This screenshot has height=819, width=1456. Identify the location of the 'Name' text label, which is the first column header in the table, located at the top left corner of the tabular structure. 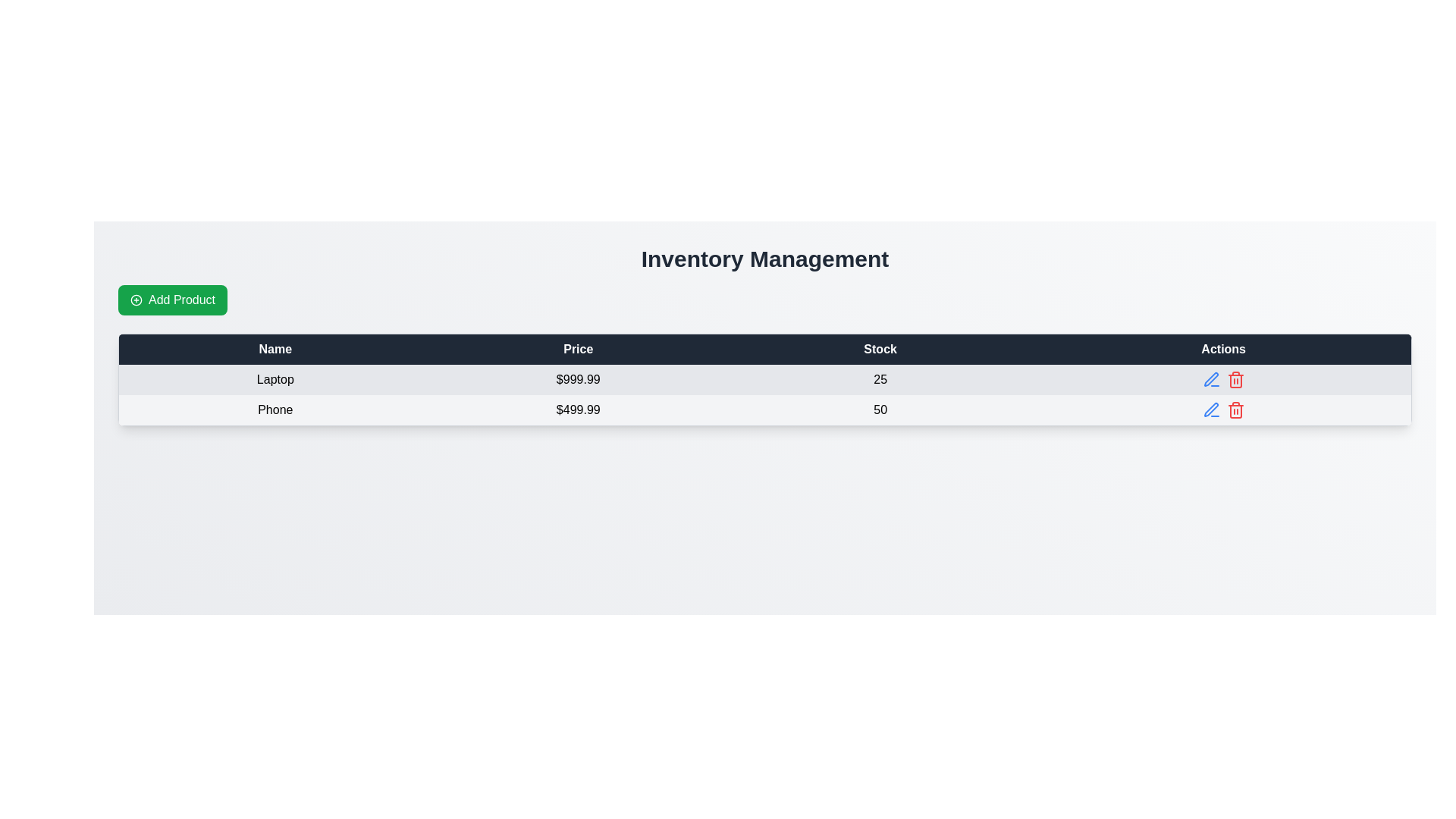
(275, 349).